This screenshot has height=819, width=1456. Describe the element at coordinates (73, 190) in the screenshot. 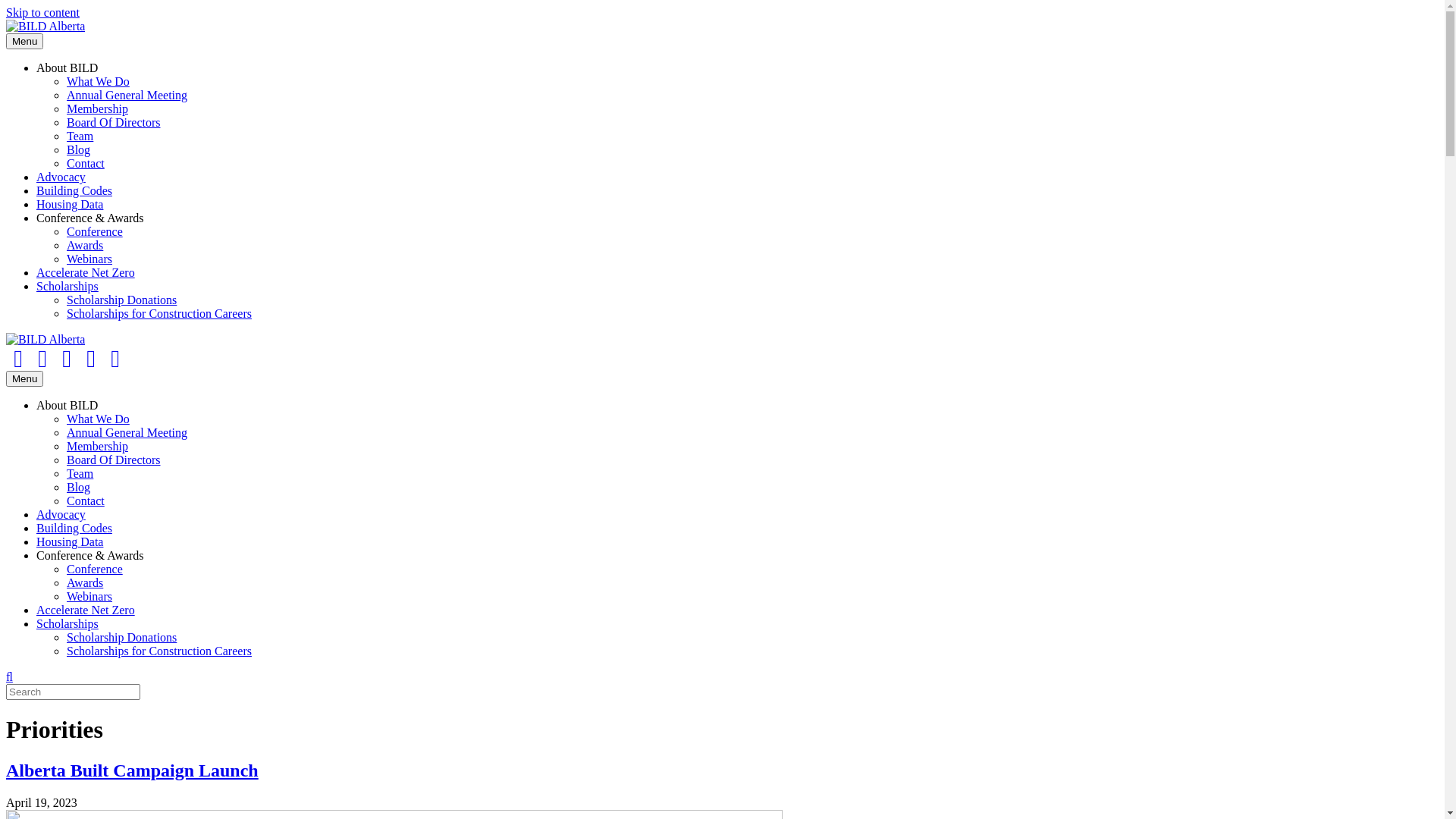

I see `'Building Codes'` at that location.